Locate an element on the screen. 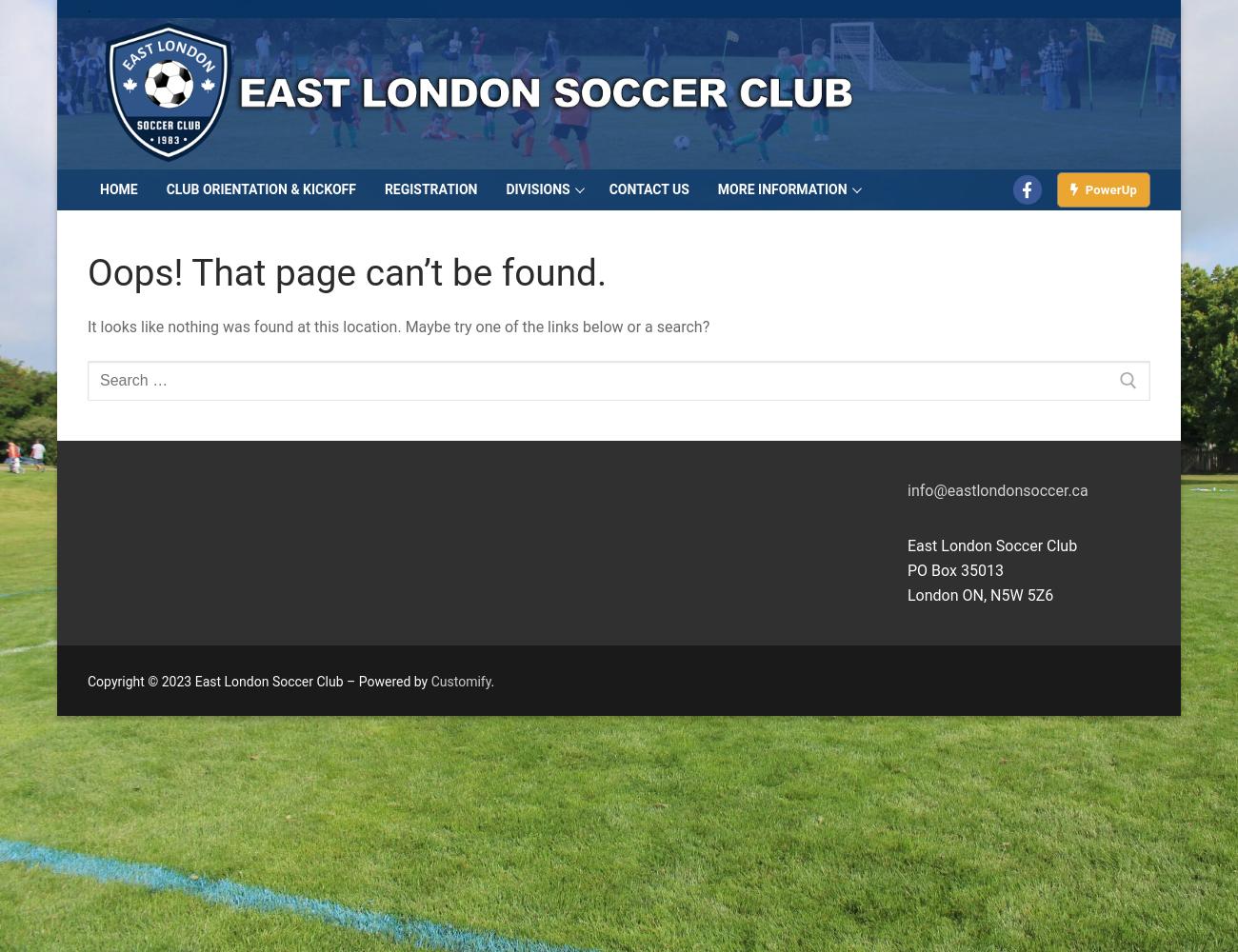  'Registration' is located at coordinates (429, 188).